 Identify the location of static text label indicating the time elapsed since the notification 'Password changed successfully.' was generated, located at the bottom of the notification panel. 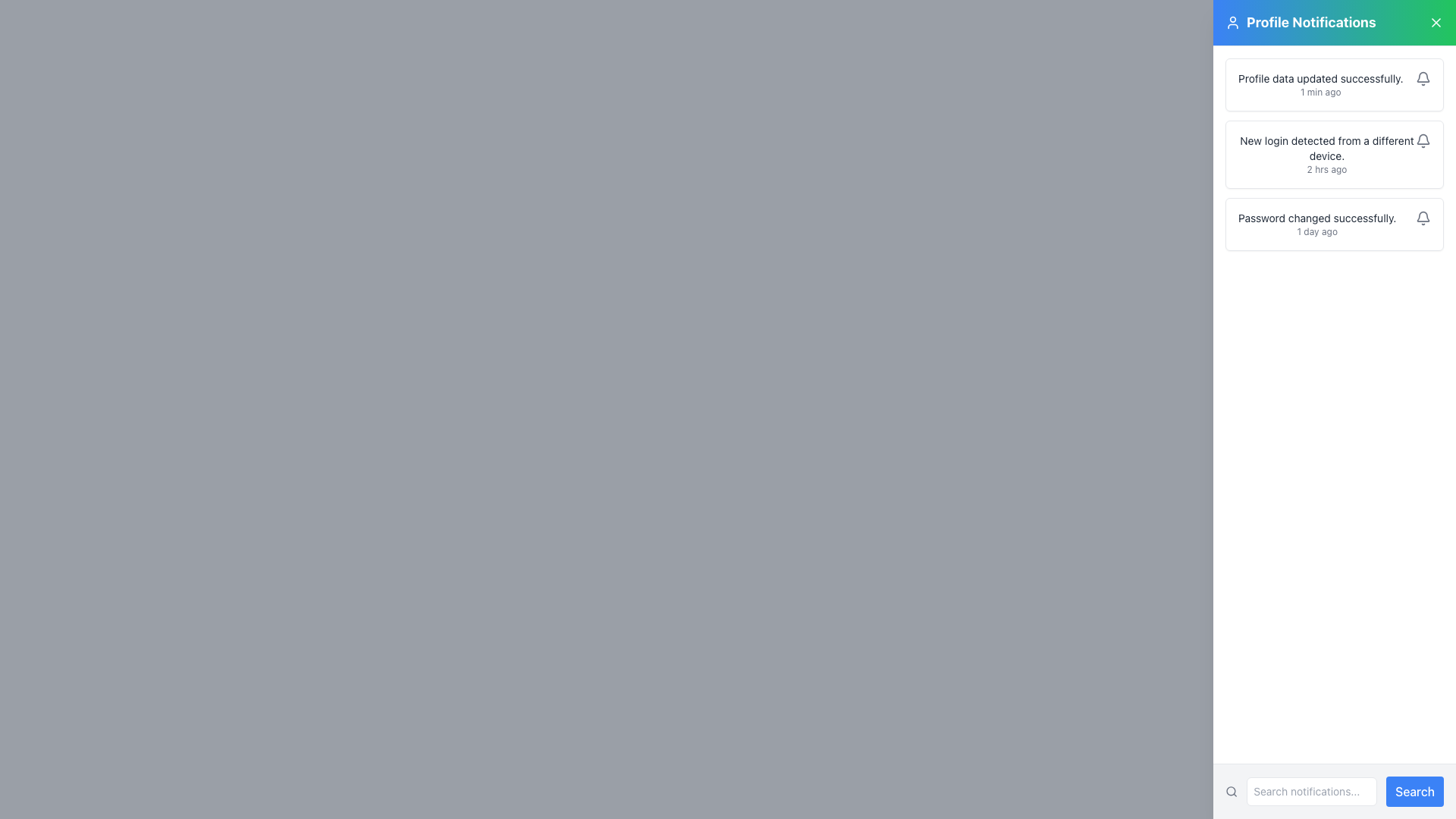
(1316, 231).